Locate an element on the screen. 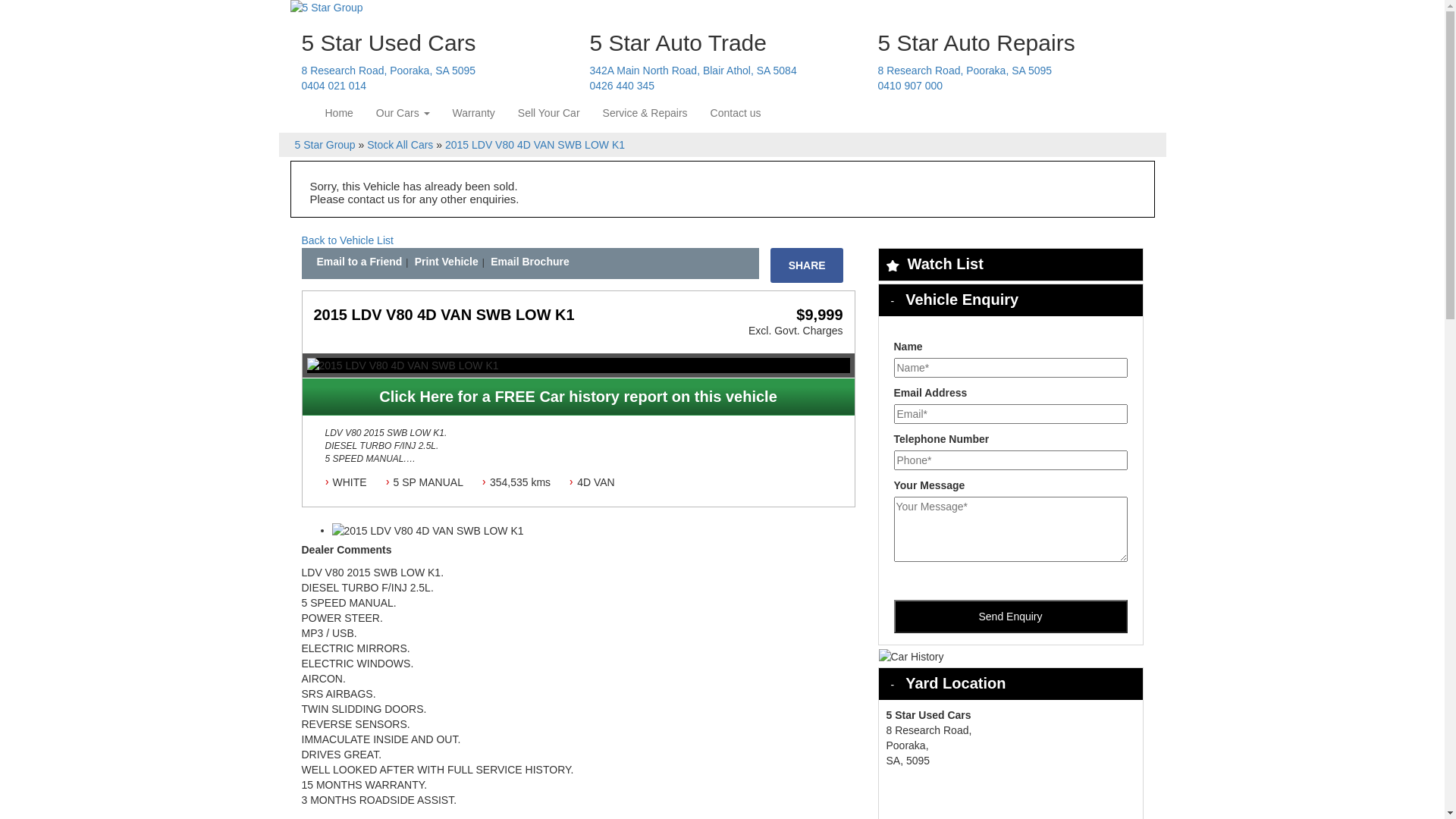 The width and height of the screenshot is (1456, 819). 'Contact us' is located at coordinates (736, 112).